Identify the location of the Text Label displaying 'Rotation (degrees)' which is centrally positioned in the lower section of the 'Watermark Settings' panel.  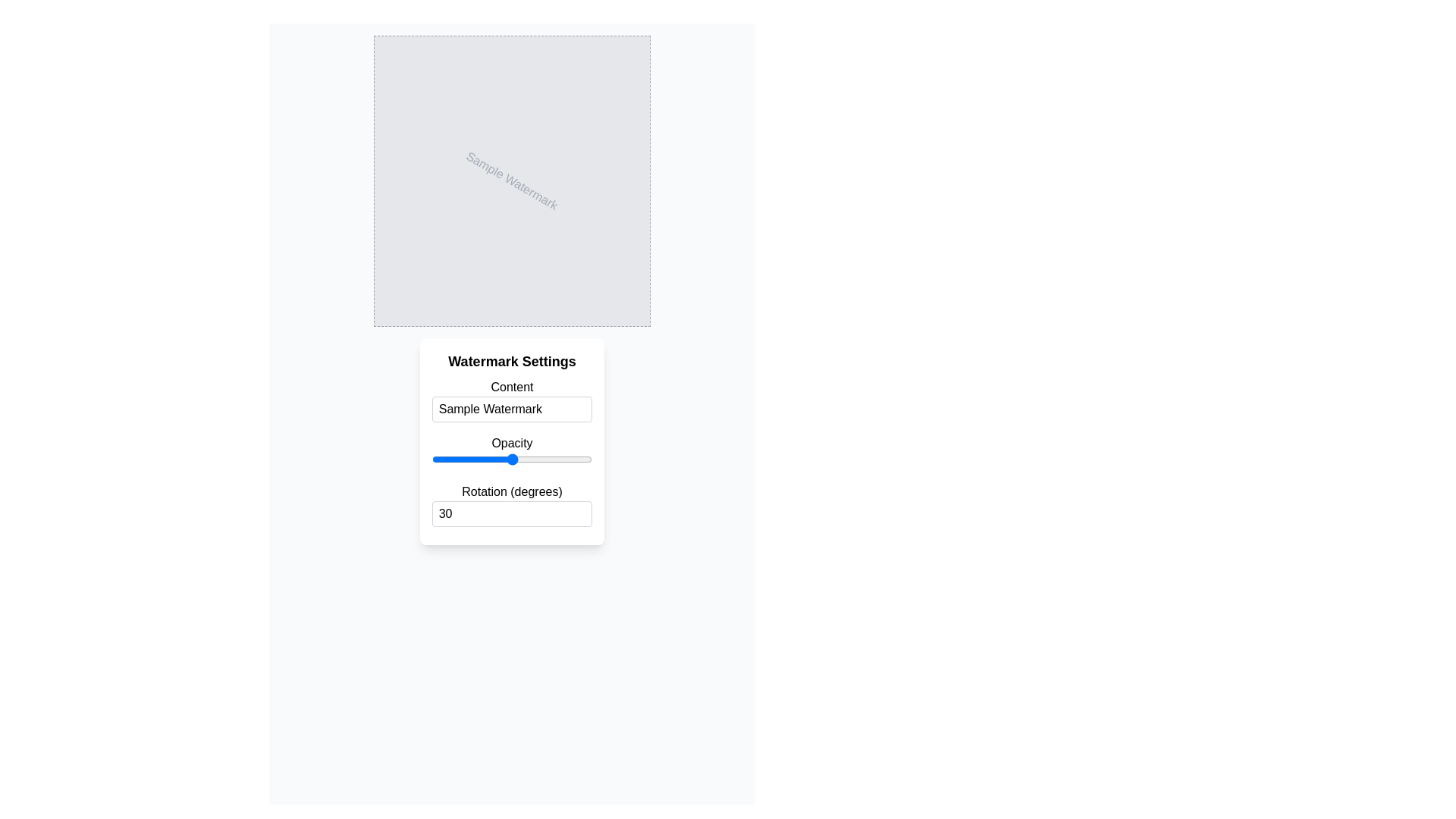
(512, 491).